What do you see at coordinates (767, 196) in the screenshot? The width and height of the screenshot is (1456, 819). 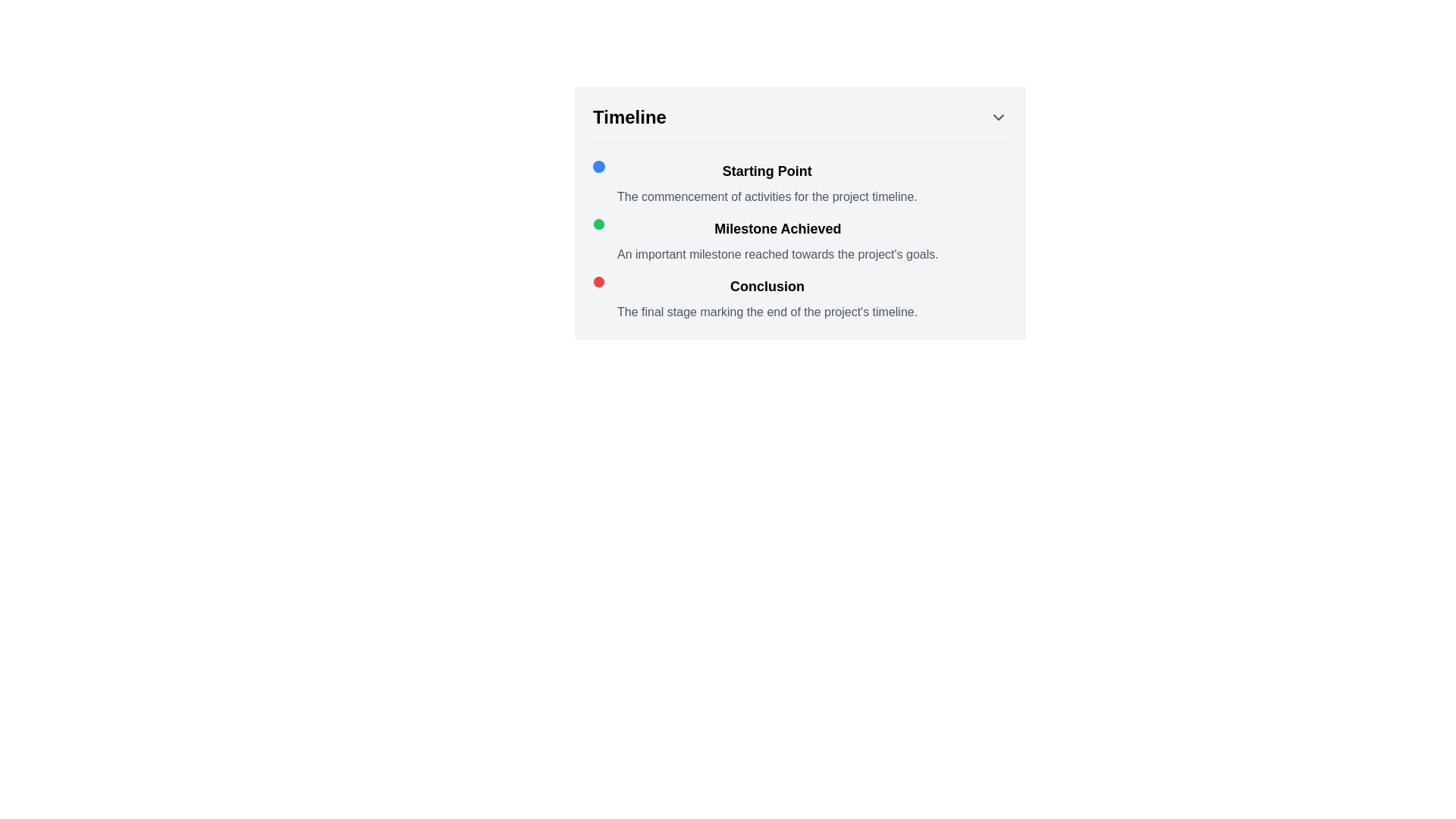 I see `the informational text that contains the message 'The commencement of activities for the project timeline.' which is styled in light gray and located below the heading 'Starting Point.'` at bounding box center [767, 196].